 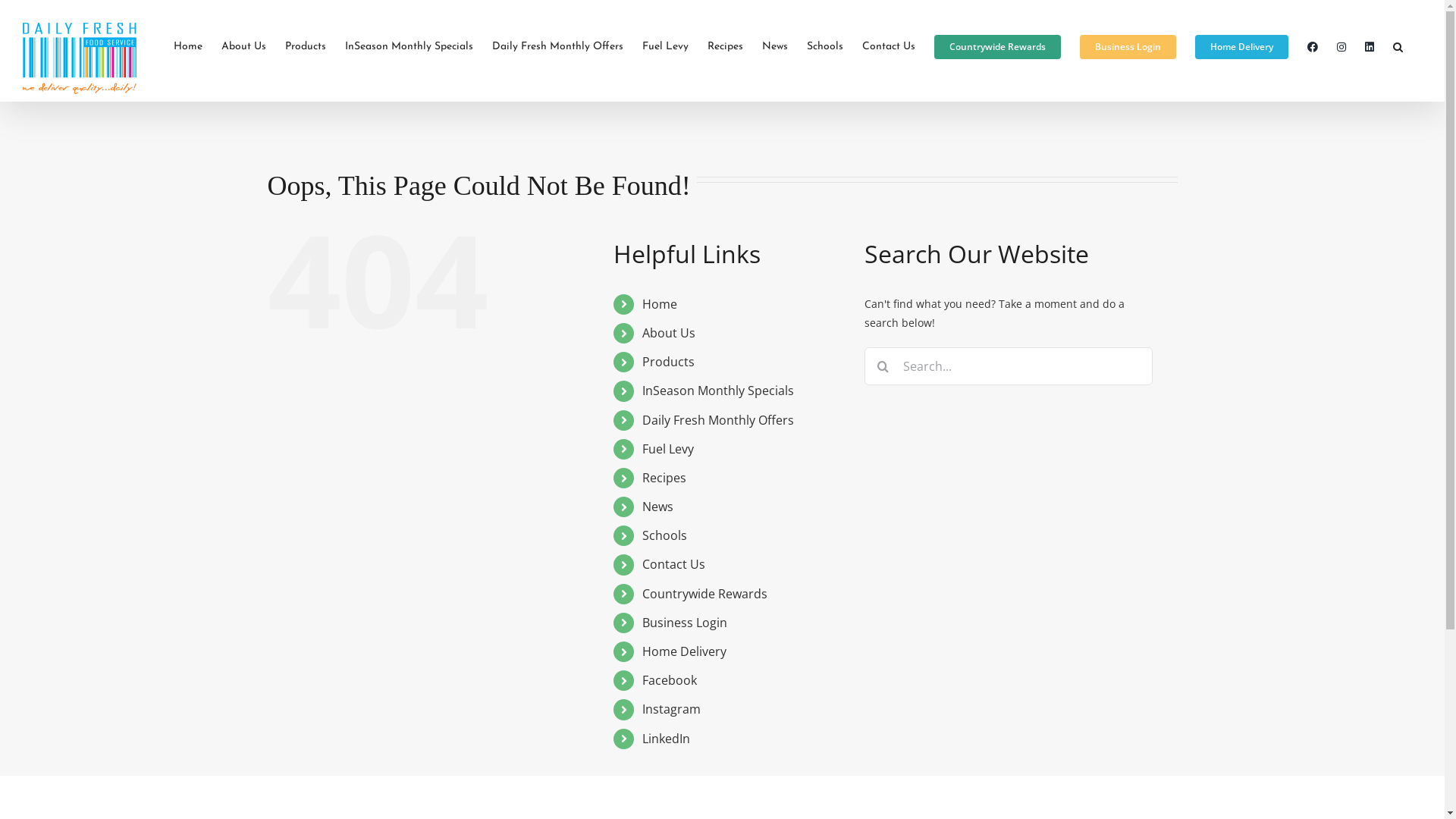 What do you see at coordinates (704, 593) in the screenshot?
I see `'Countrywide Rewards'` at bounding box center [704, 593].